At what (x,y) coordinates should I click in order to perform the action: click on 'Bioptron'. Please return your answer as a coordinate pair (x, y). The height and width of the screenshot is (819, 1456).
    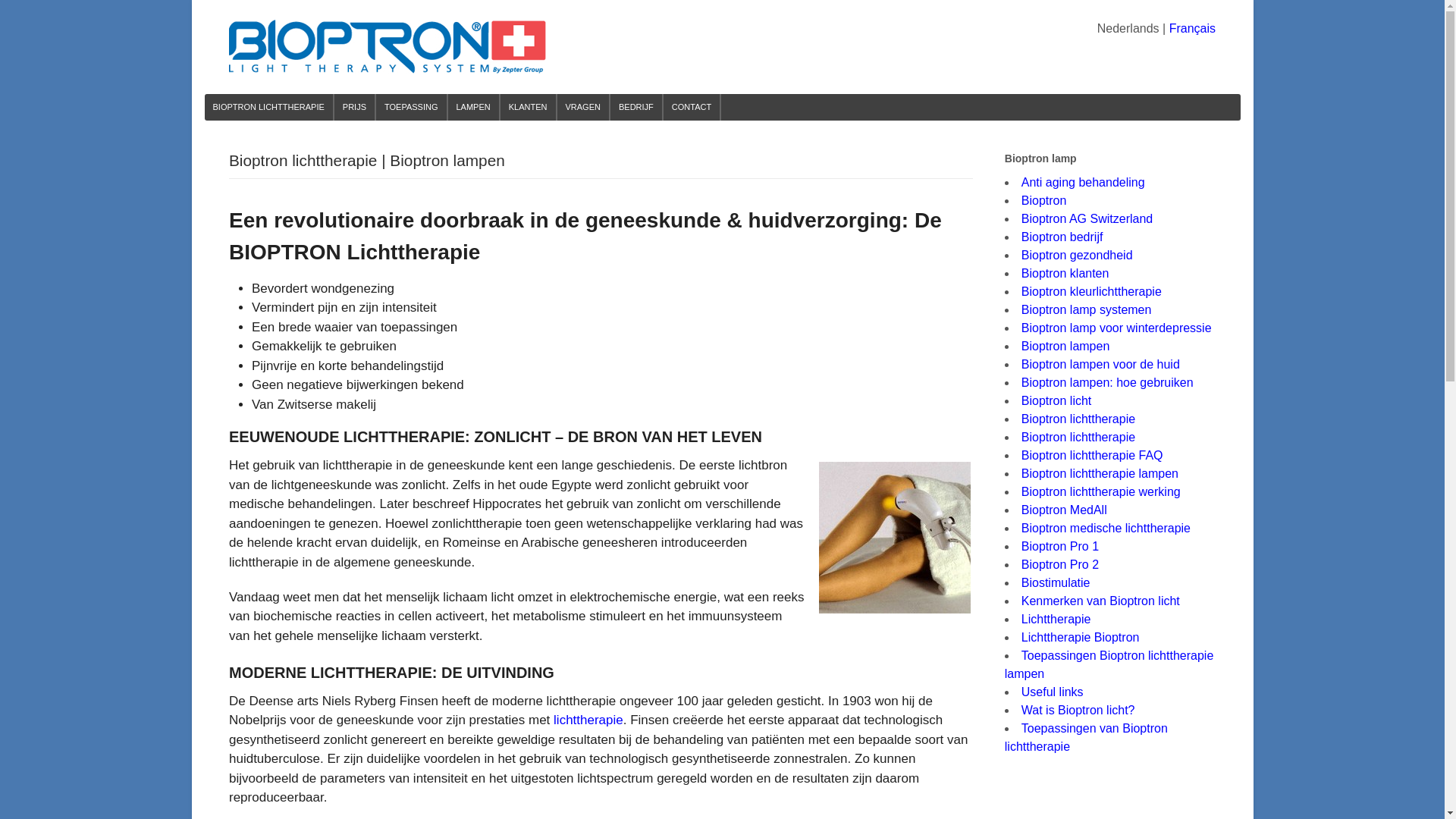
    Looking at the image, I should click on (1043, 199).